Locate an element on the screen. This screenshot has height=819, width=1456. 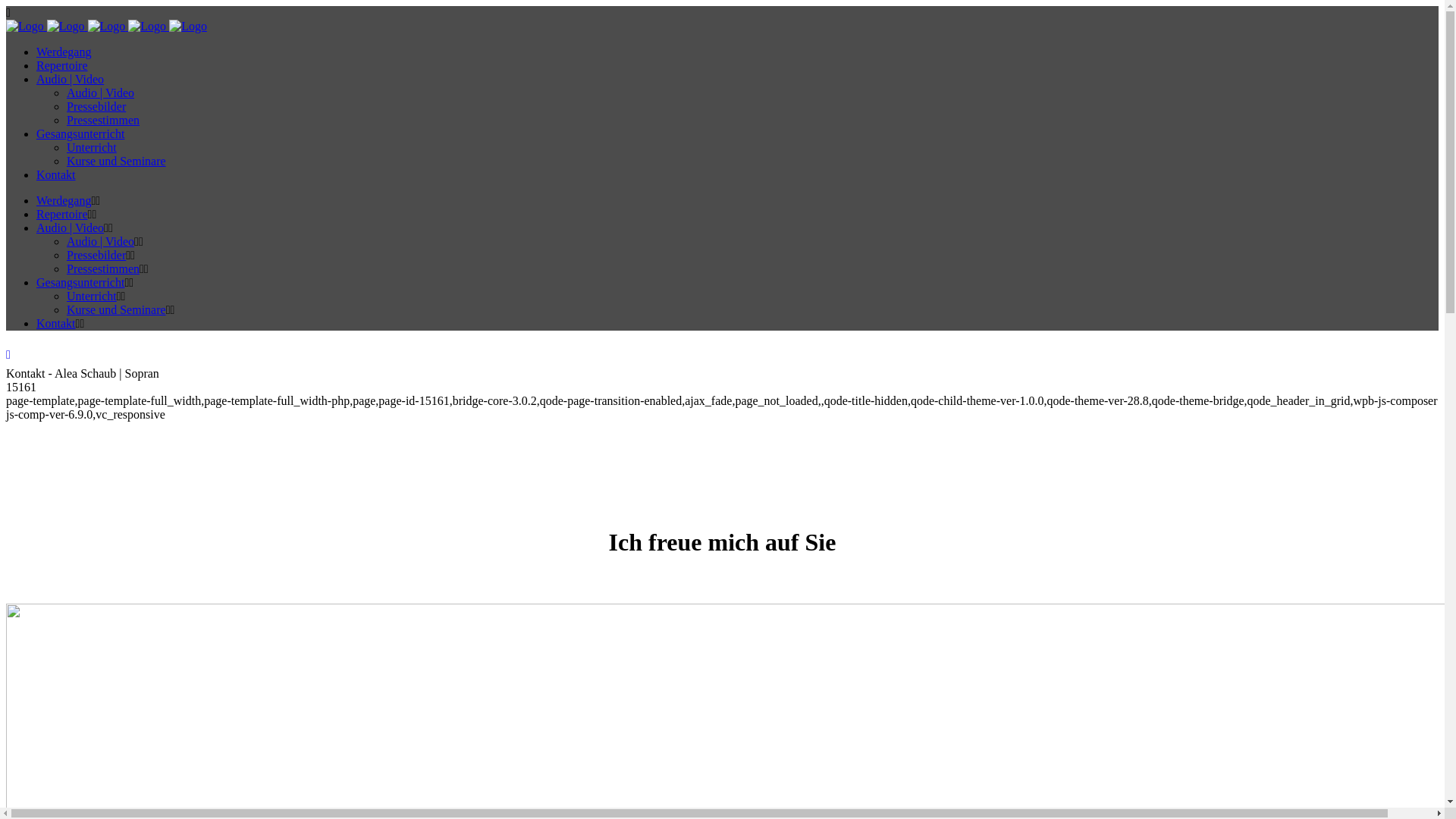
'Kontakt' is located at coordinates (36, 322).